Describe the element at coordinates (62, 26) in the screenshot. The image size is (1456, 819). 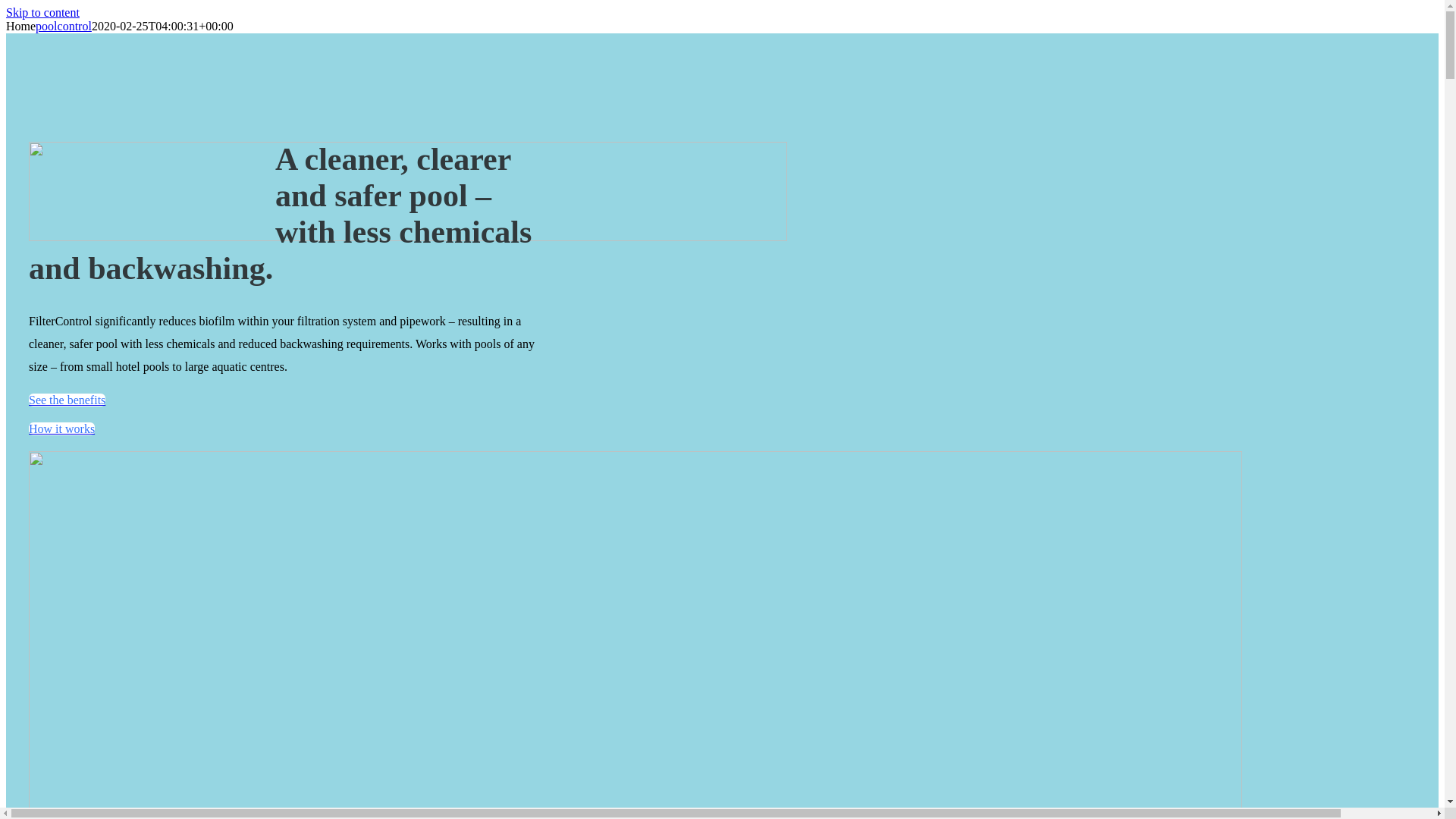
I see `'poolcontrol'` at that location.